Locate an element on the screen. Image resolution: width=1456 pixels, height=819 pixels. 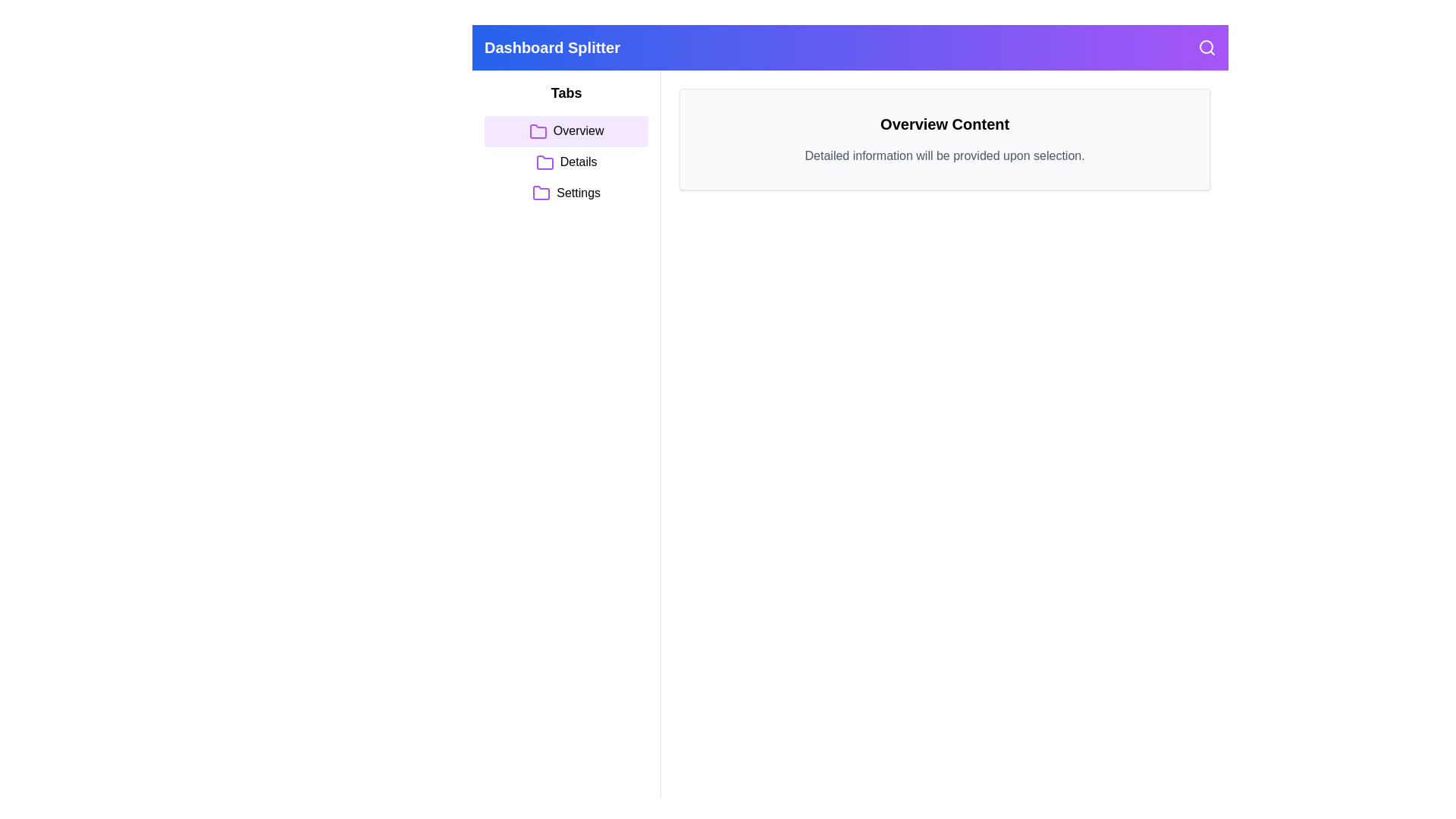
text from the Text Label that displays the message: 'Detailed information will be provided upon selection.' which is located below the 'Overview Content' label is located at coordinates (944, 155).